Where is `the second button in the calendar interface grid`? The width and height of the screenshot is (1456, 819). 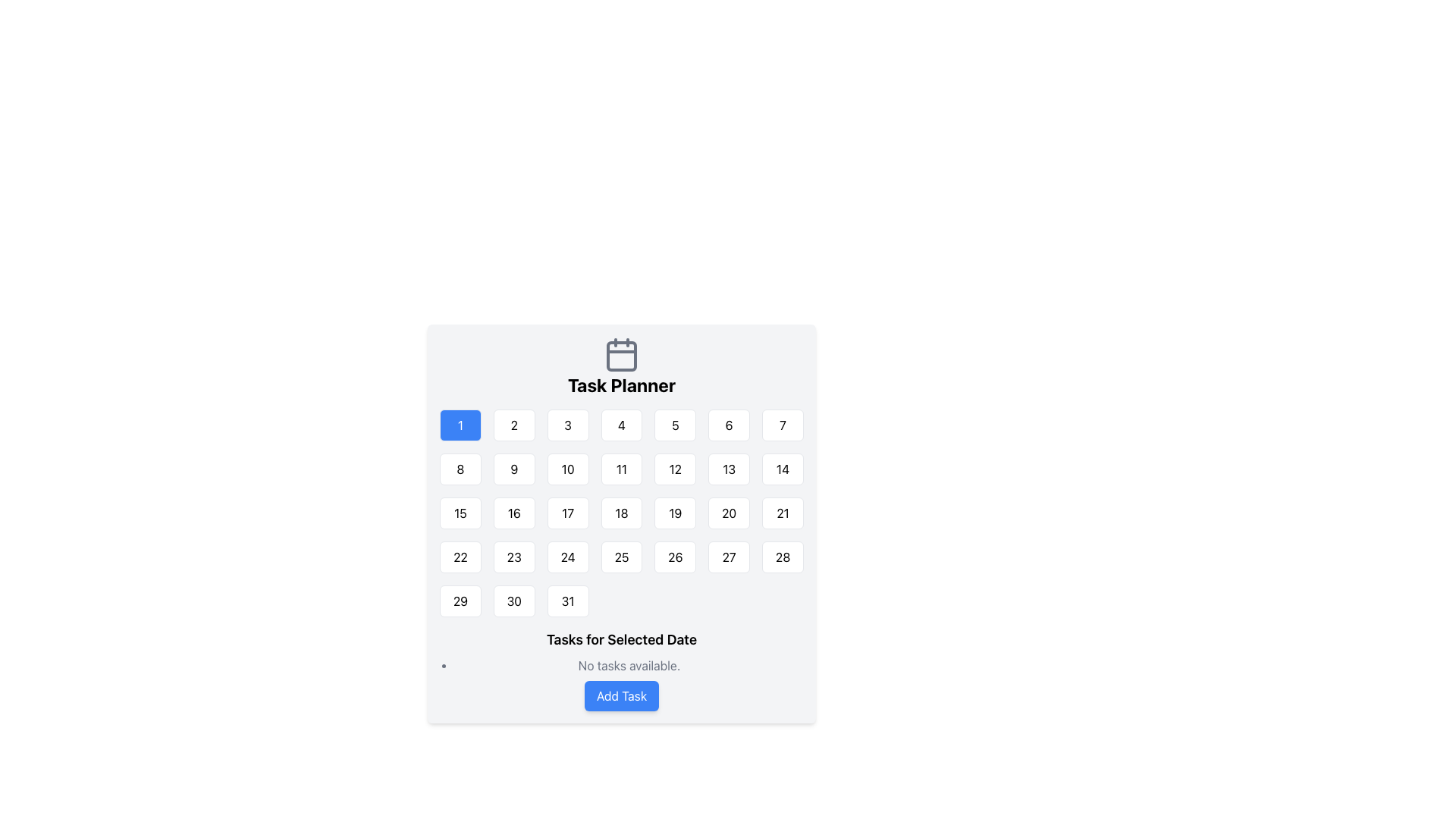
the second button in the calendar interface grid is located at coordinates (514, 425).